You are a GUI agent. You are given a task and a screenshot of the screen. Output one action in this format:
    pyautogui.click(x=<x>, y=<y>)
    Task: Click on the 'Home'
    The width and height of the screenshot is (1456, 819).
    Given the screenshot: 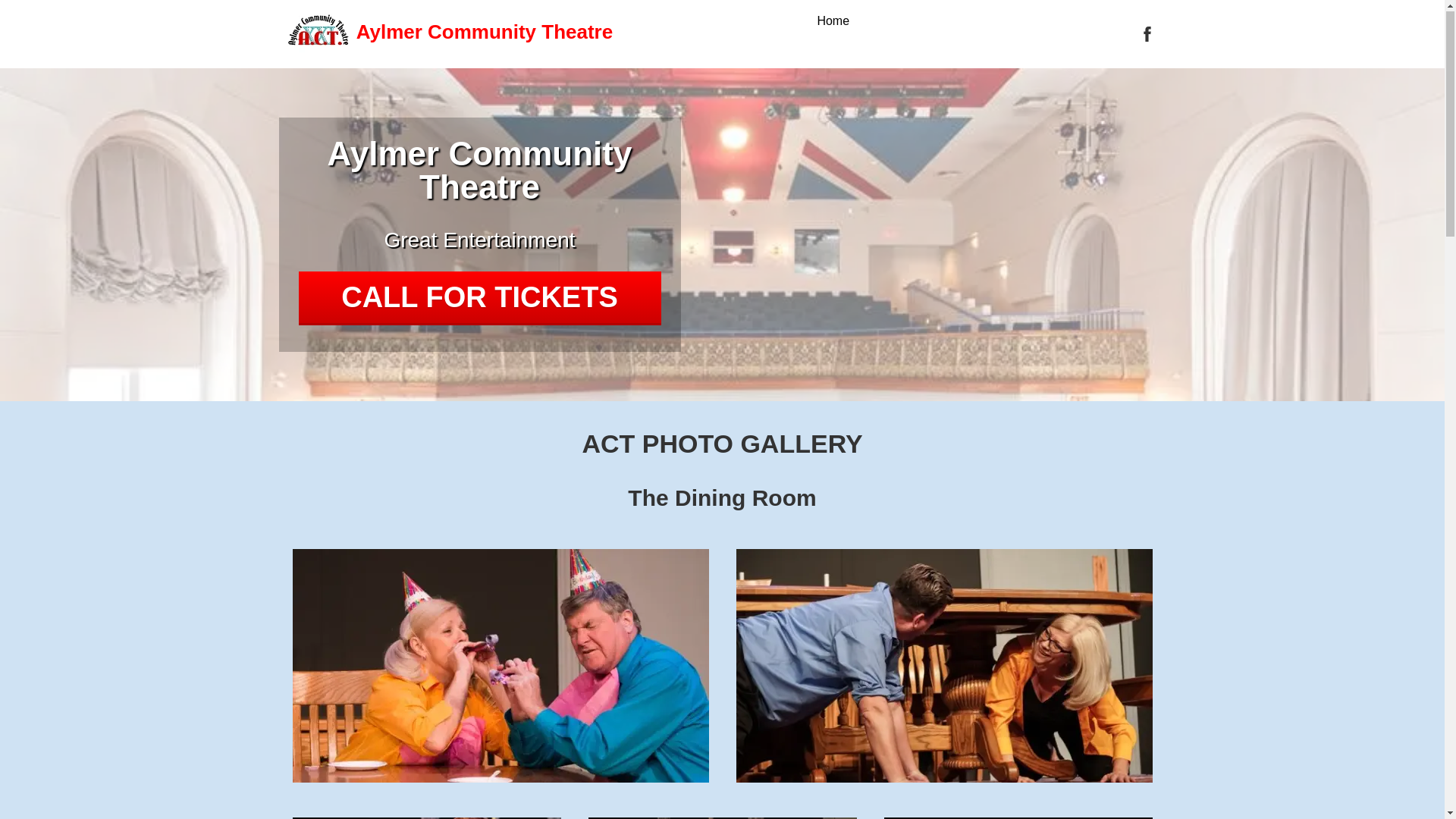 What is the action you would take?
    pyautogui.click(x=832, y=22)
    